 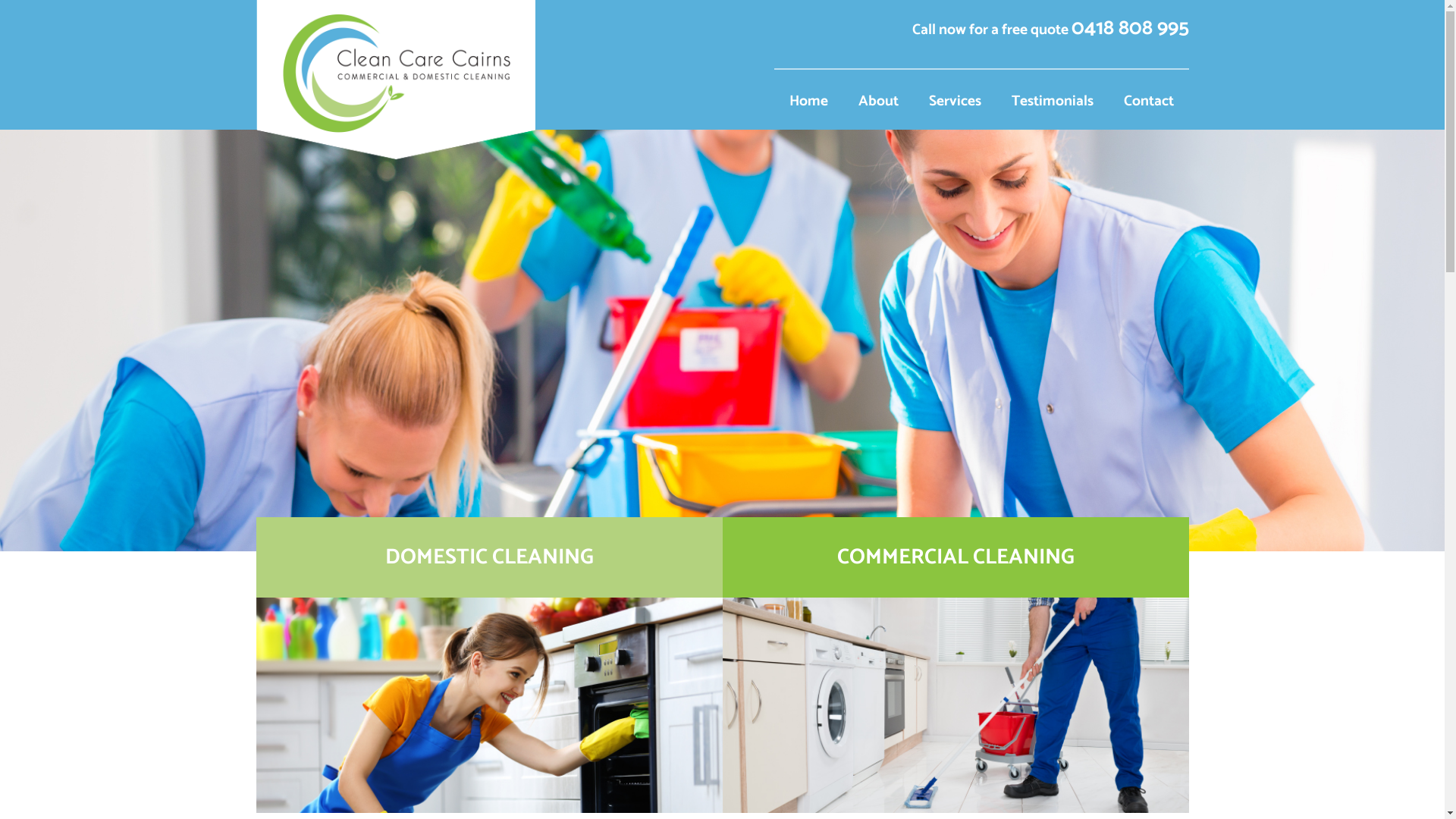 What do you see at coordinates (1149, 96) in the screenshot?
I see `'Contact'` at bounding box center [1149, 96].